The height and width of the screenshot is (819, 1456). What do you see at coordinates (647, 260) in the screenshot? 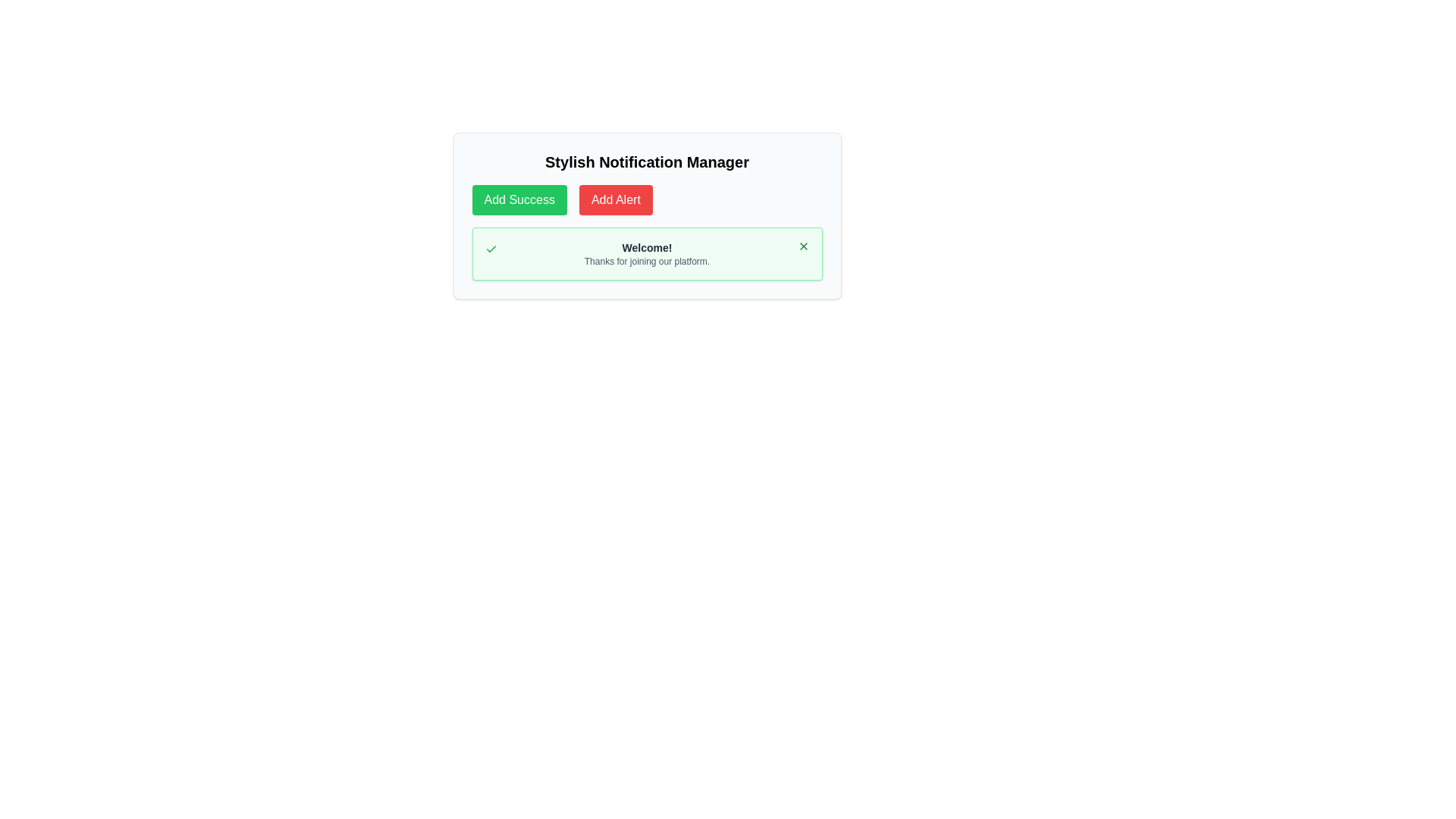
I see `the text label that says 'Thanks for joining our platform.' which is located below the bold text 'Welcome!' in the notification component` at bounding box center [647, 260].